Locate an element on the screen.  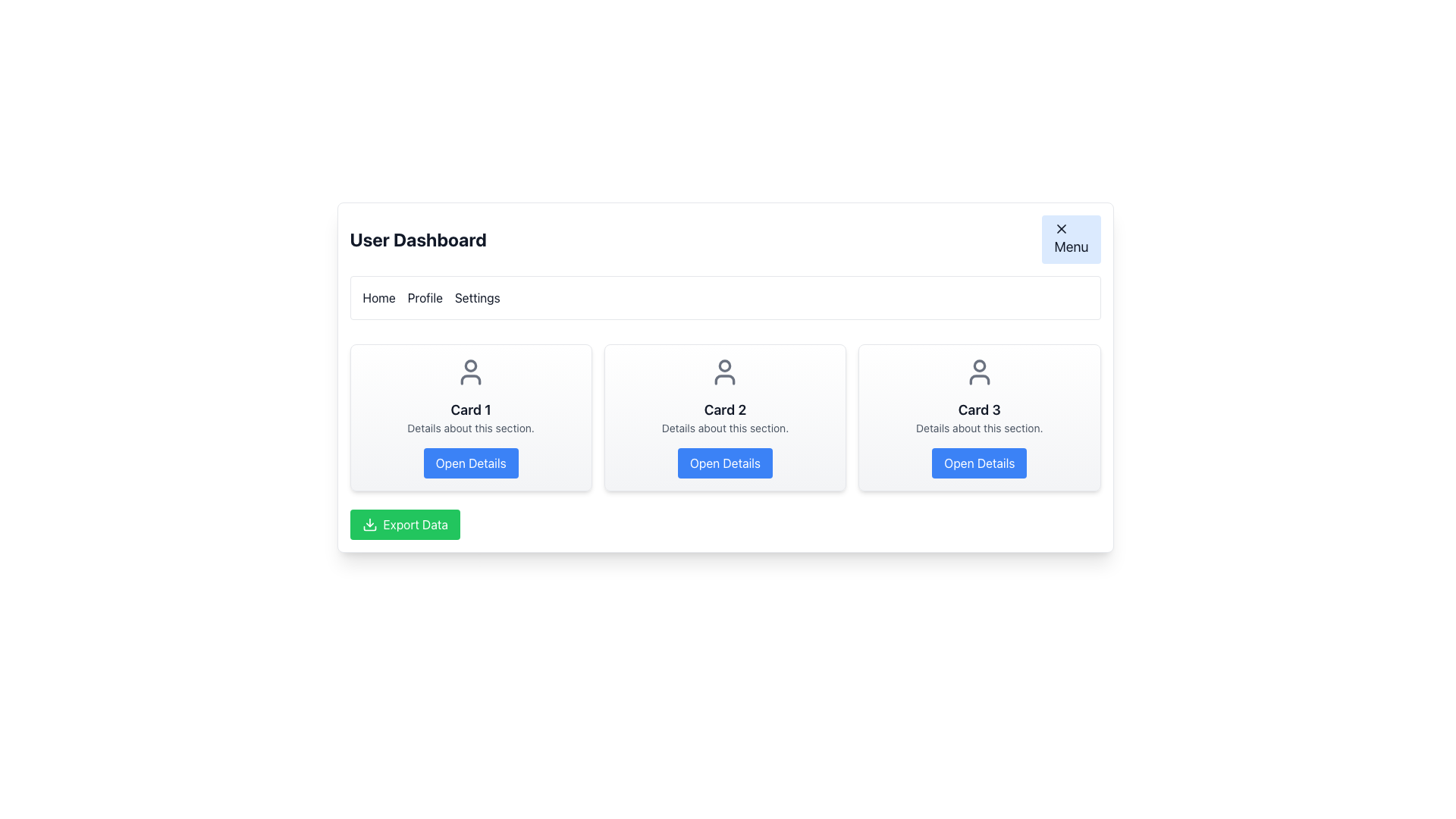
the blue rectangular button labeled 'Open Details' to observe the hover effect is located at coordinates (470, 462).